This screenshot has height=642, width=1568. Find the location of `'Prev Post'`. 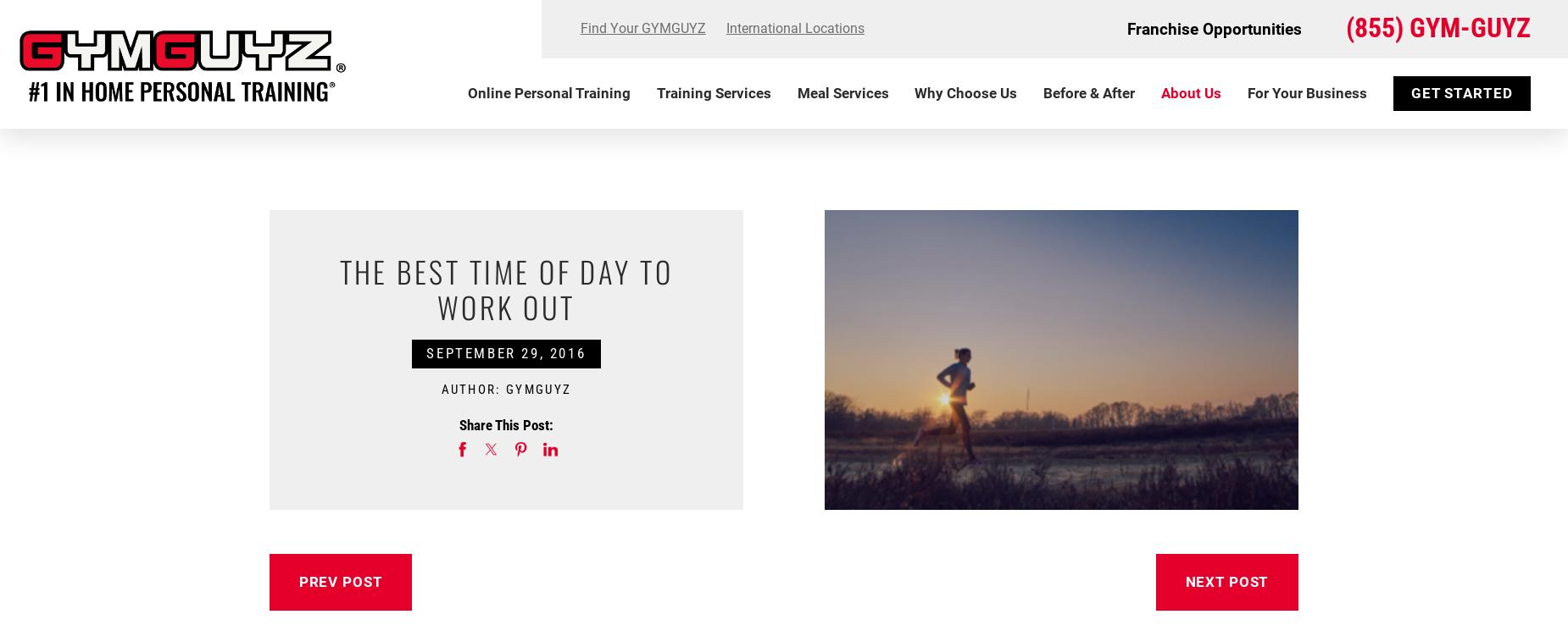

'Prev Post' is located at coordinates (339, 580).